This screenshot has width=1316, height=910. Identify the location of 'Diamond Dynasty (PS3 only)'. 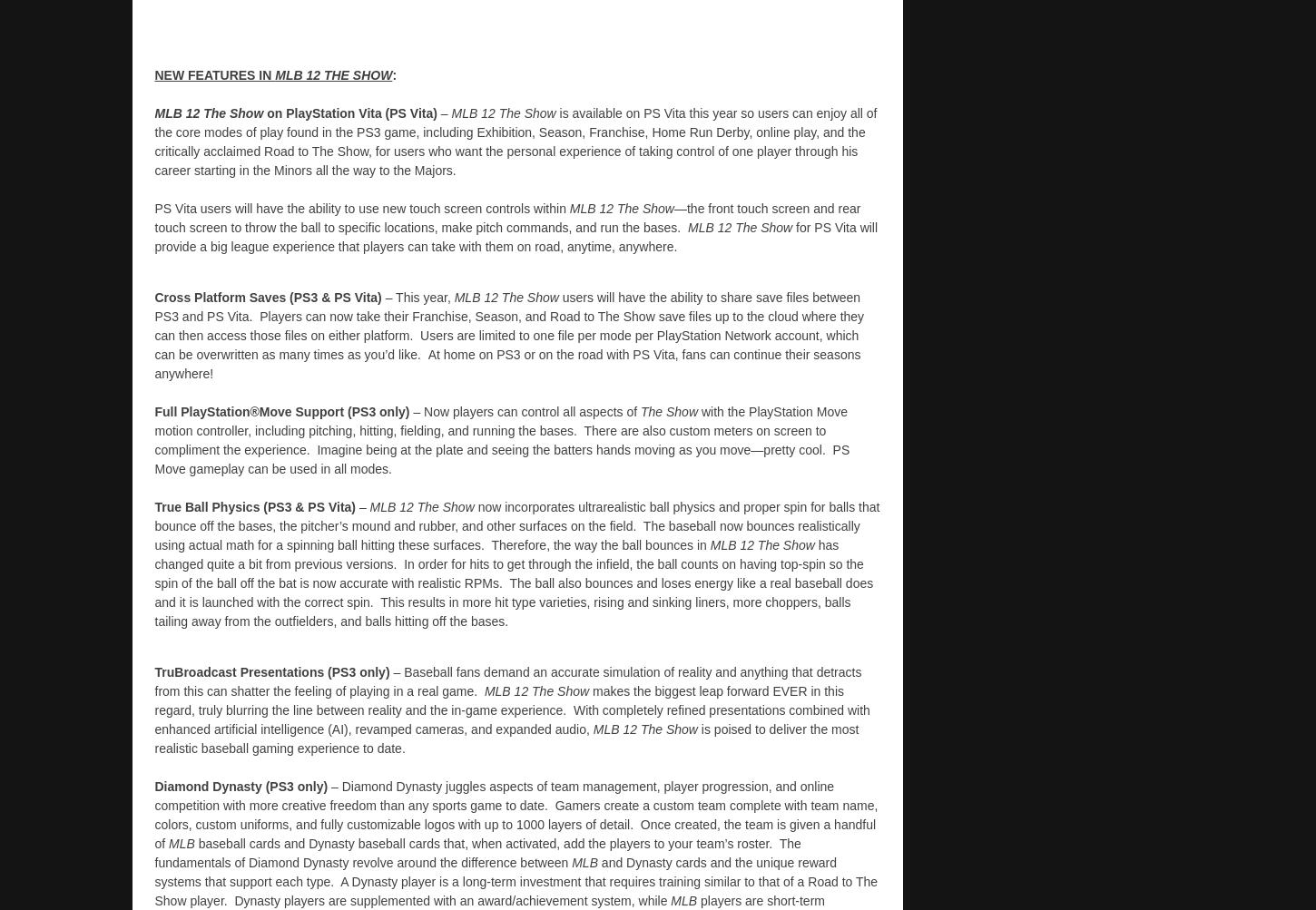
(241, 785).